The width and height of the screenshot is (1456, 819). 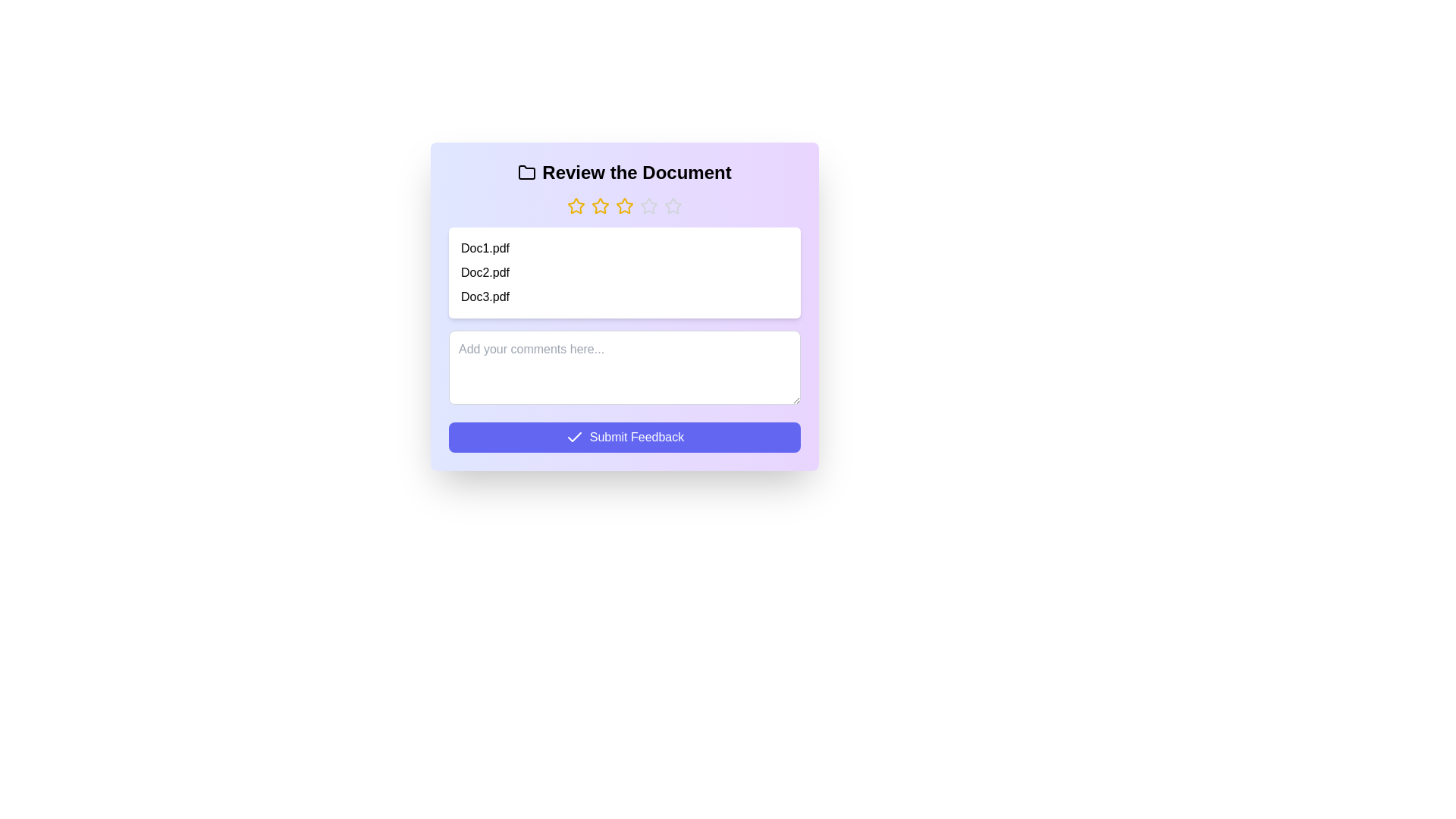 What do you see at coordinates (600, 206) in the screenshot?
I see `the rating to 2 stars by clicking on the corresponding star button` at bounding box center [600, 206].